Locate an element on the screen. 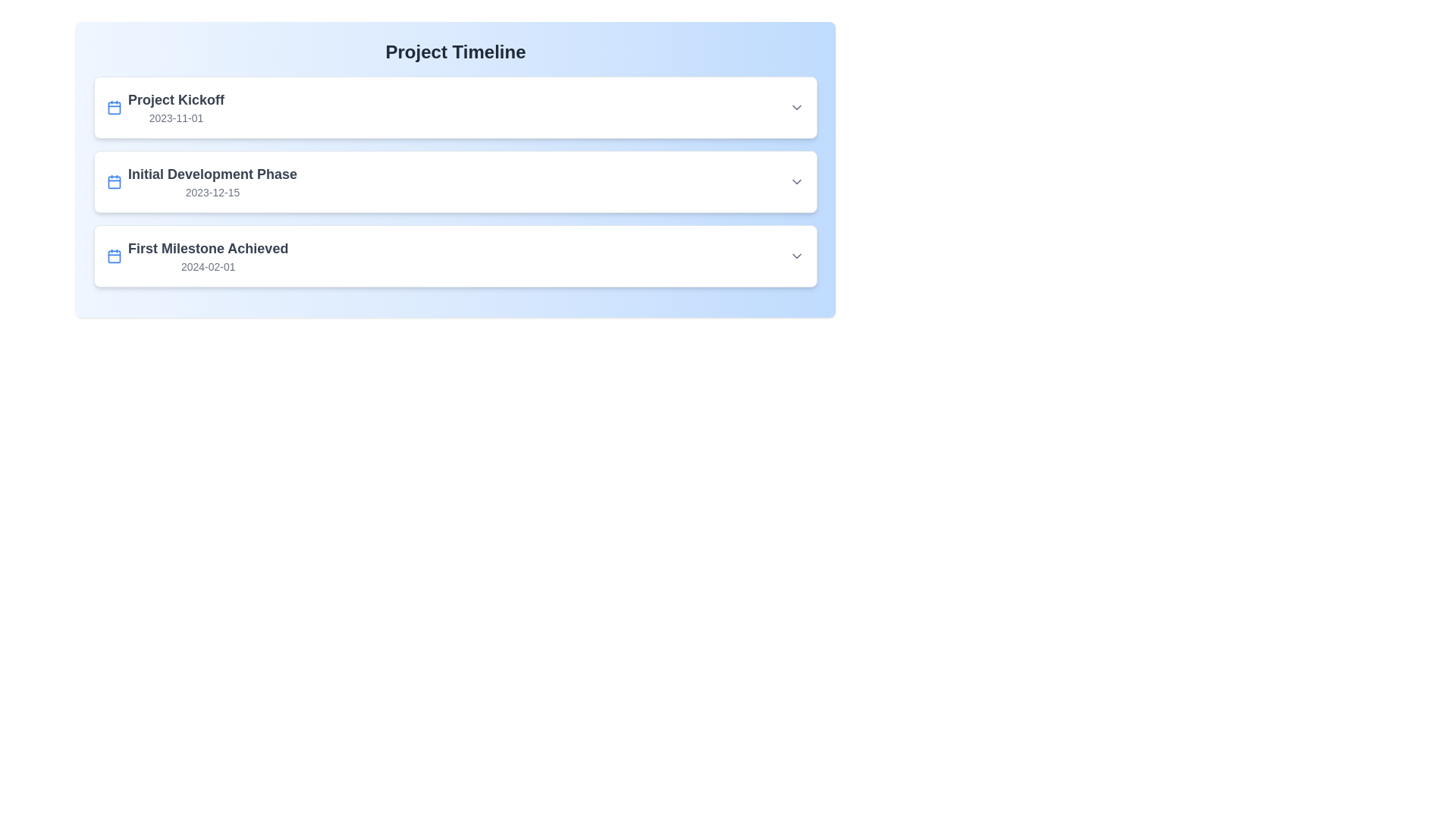  the chevron-down icon button at the far-right end of the 'Initial Development Phase' row in the 'Project Timeline' section is located at coordinates (796, 180).